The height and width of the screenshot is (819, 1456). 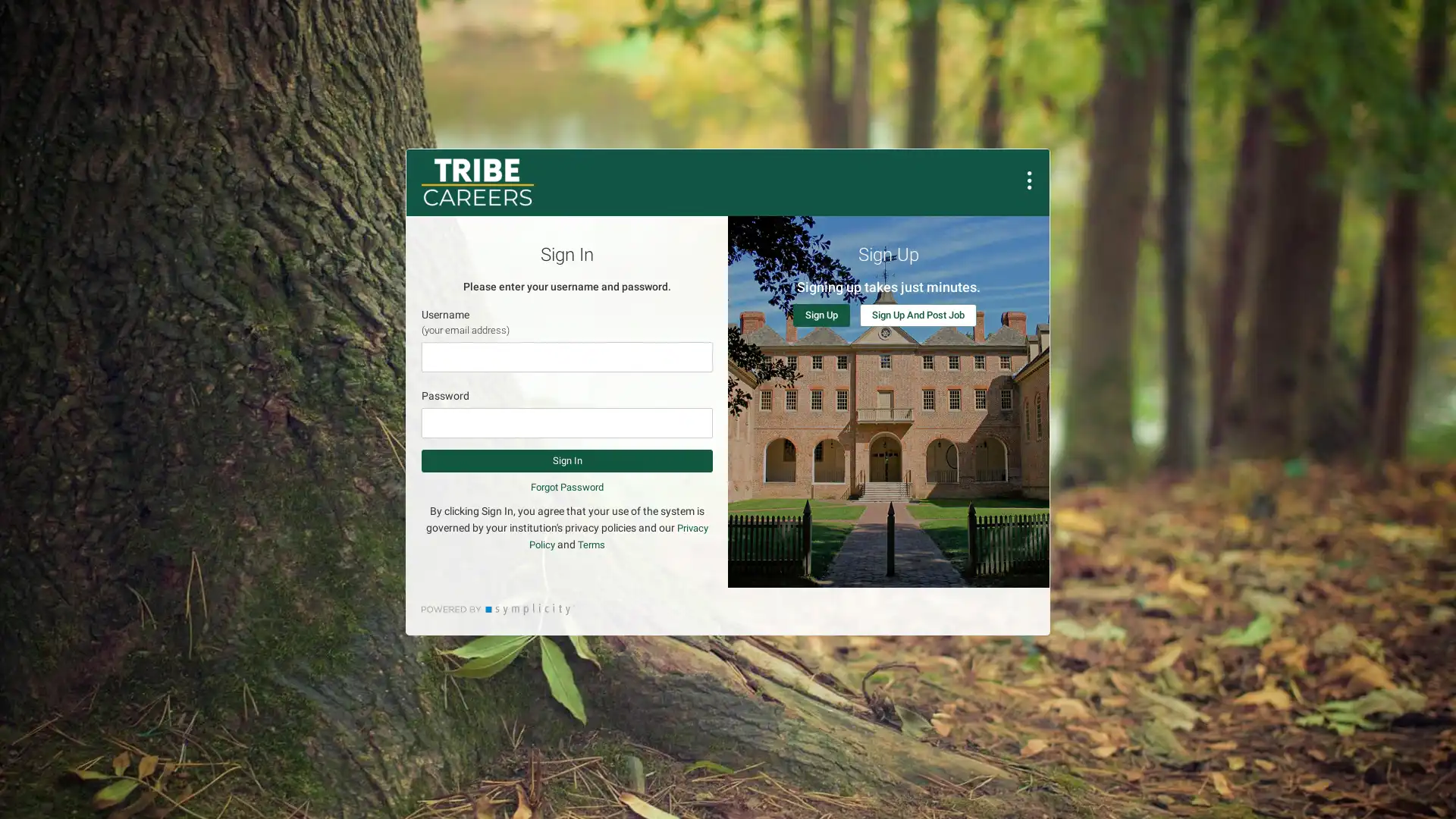 What do you see at coordinates (821, 315) in the screenshot?
I see `Sign Up` at bounding box center [821, 315].